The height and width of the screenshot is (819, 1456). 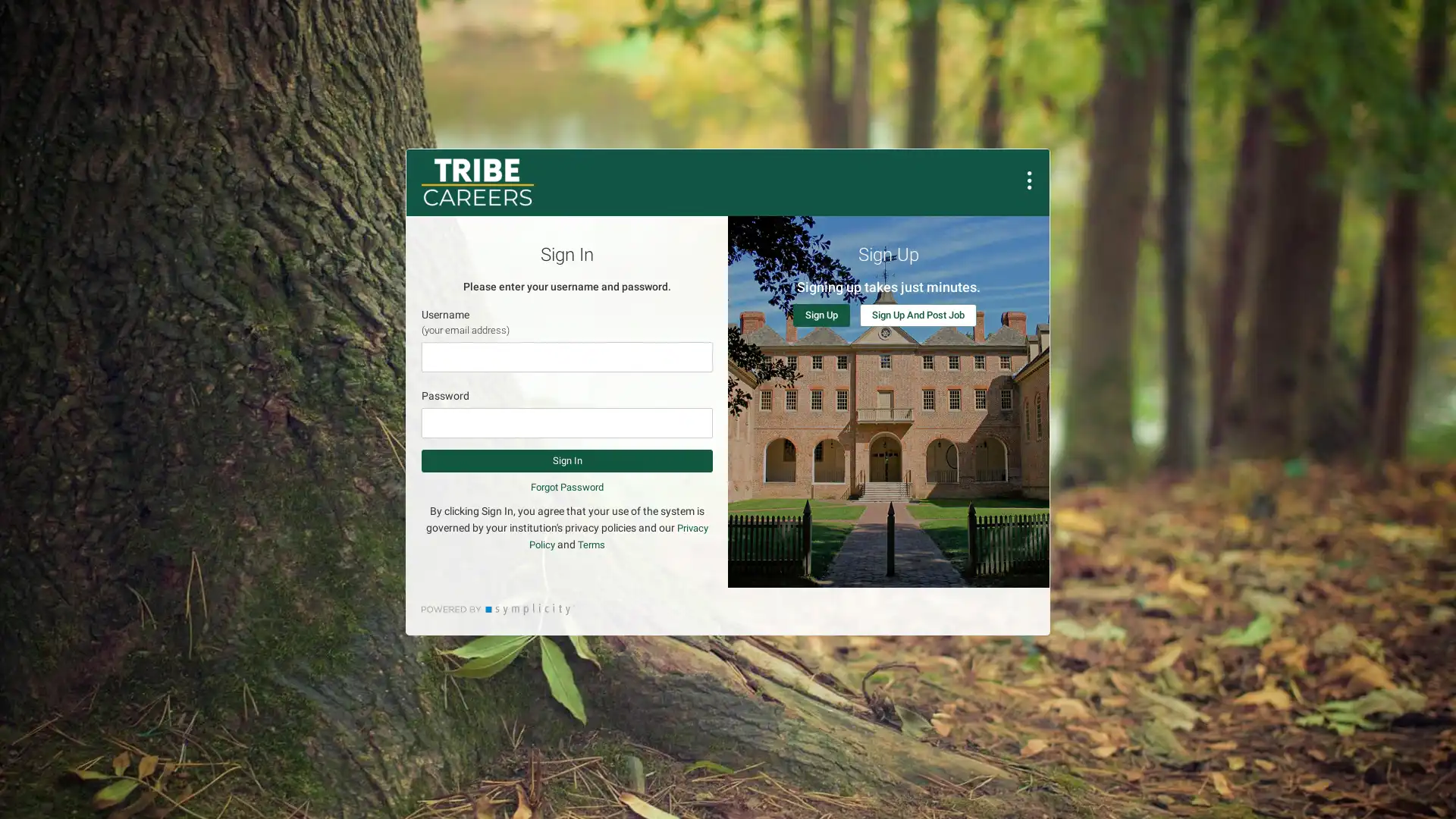 What do you see at coordinates (821, 315) in the screenshot?
I see `Sign Up` at bounding box center [821, 315].